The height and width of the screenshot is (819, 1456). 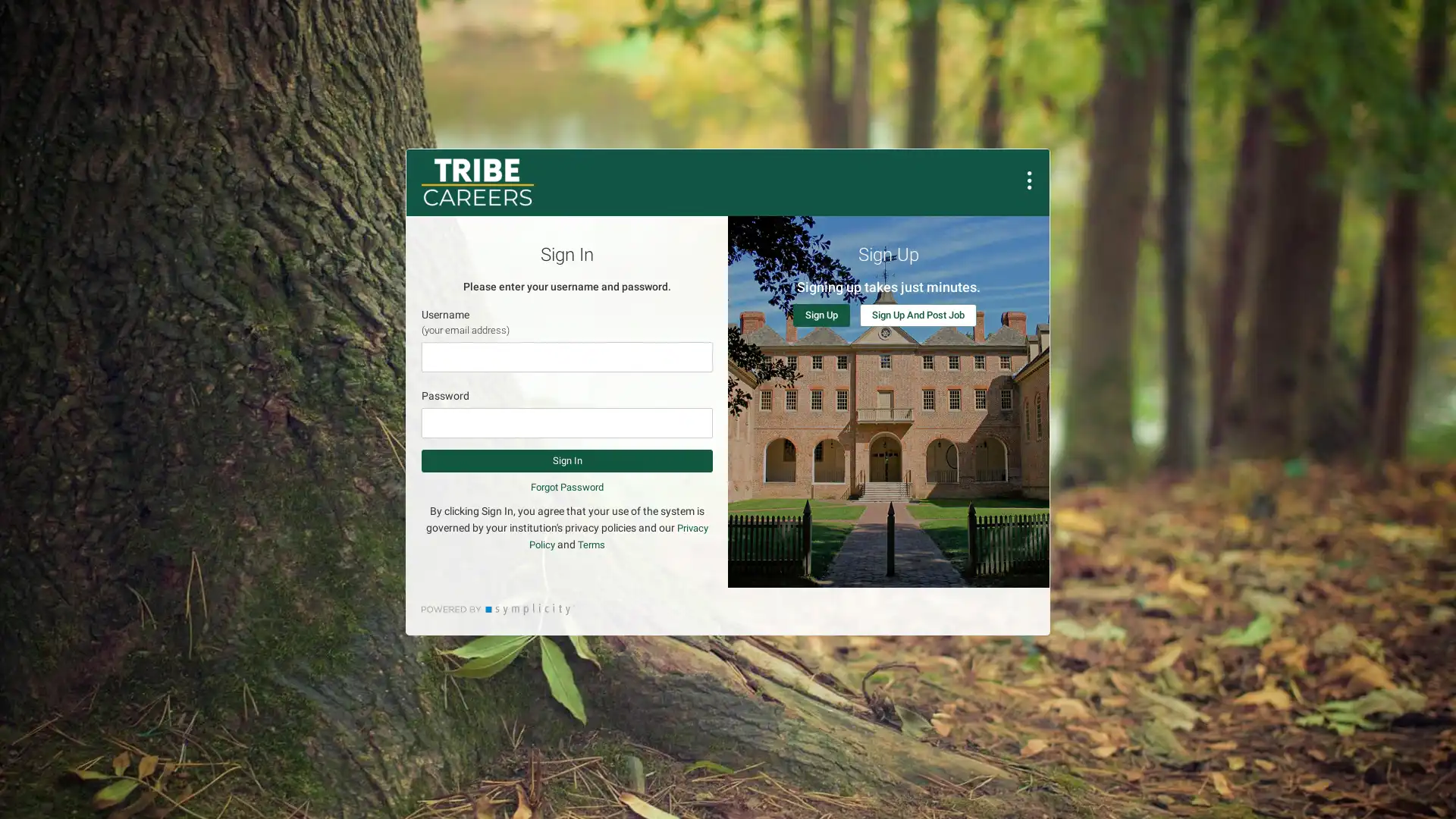 What do you see at coordinates (821, 315) in the screenshot?
I see `Sign Up` at bounding box center [821, 315].